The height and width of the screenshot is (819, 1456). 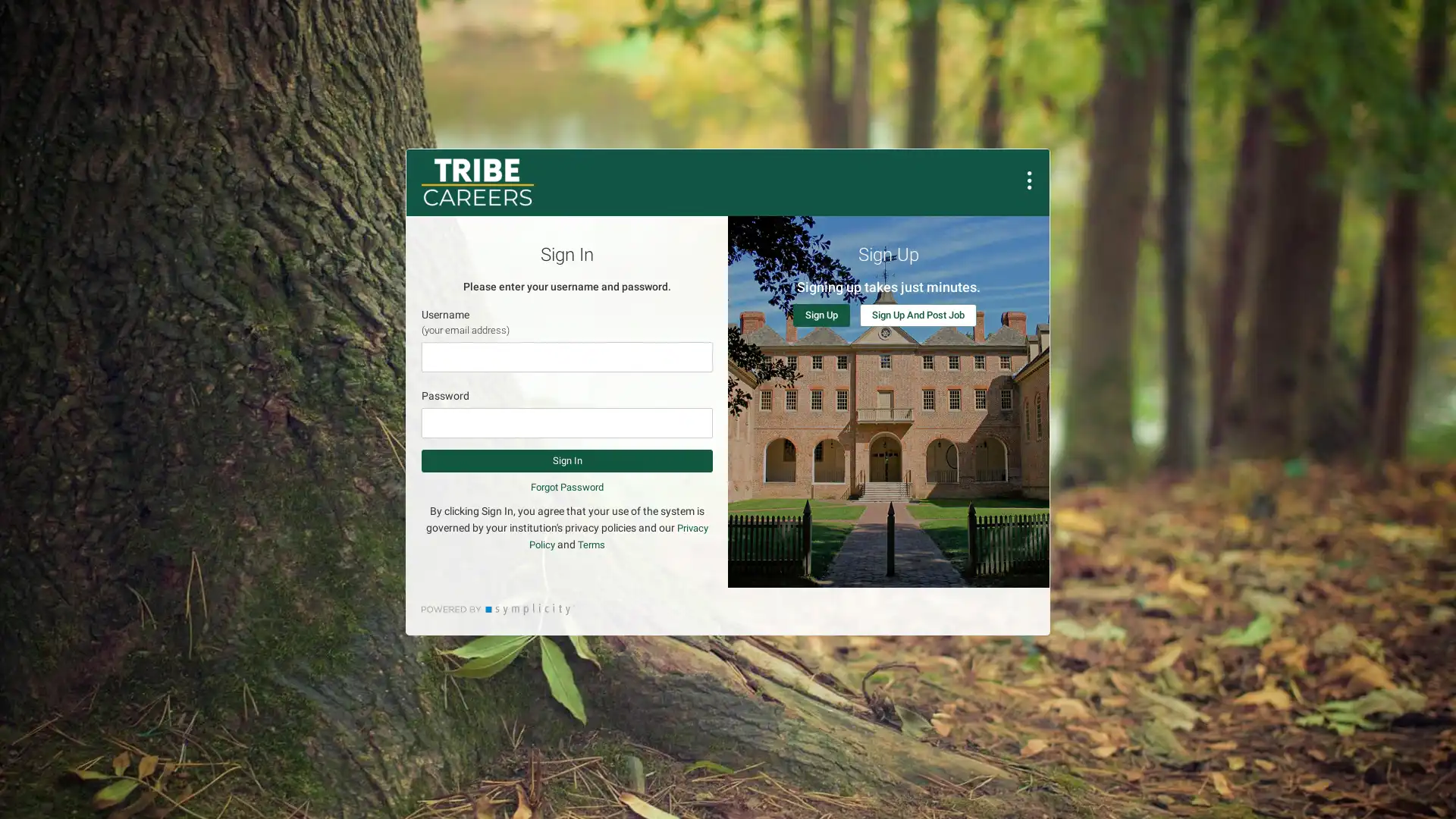 What do you see at coordinates (821, 315) in the screenshot?
I see `Sign Up` at bounding box center [821, 315].